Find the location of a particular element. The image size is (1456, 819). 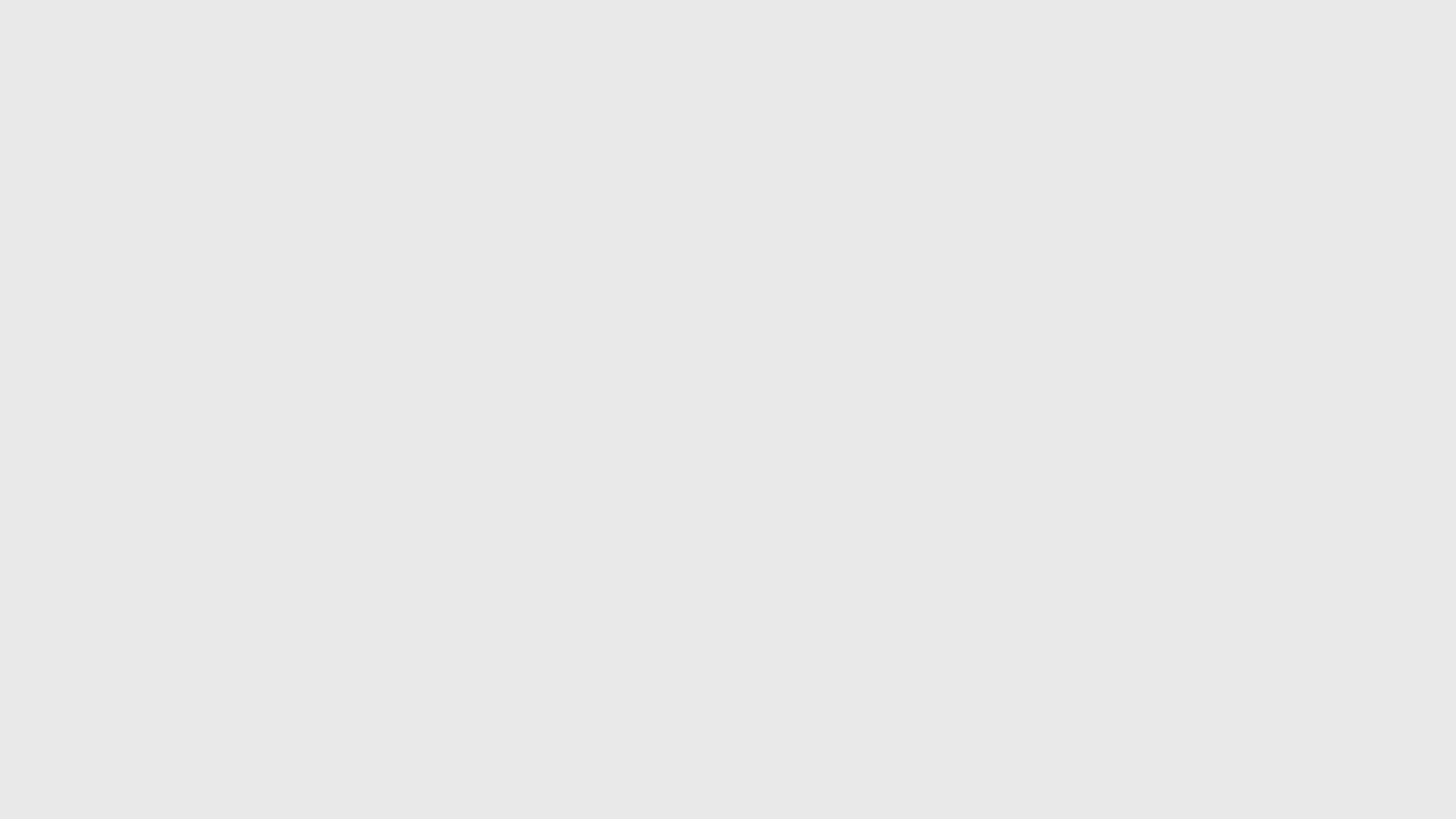

Add item to favorites is located at coordinates (1063, 26).